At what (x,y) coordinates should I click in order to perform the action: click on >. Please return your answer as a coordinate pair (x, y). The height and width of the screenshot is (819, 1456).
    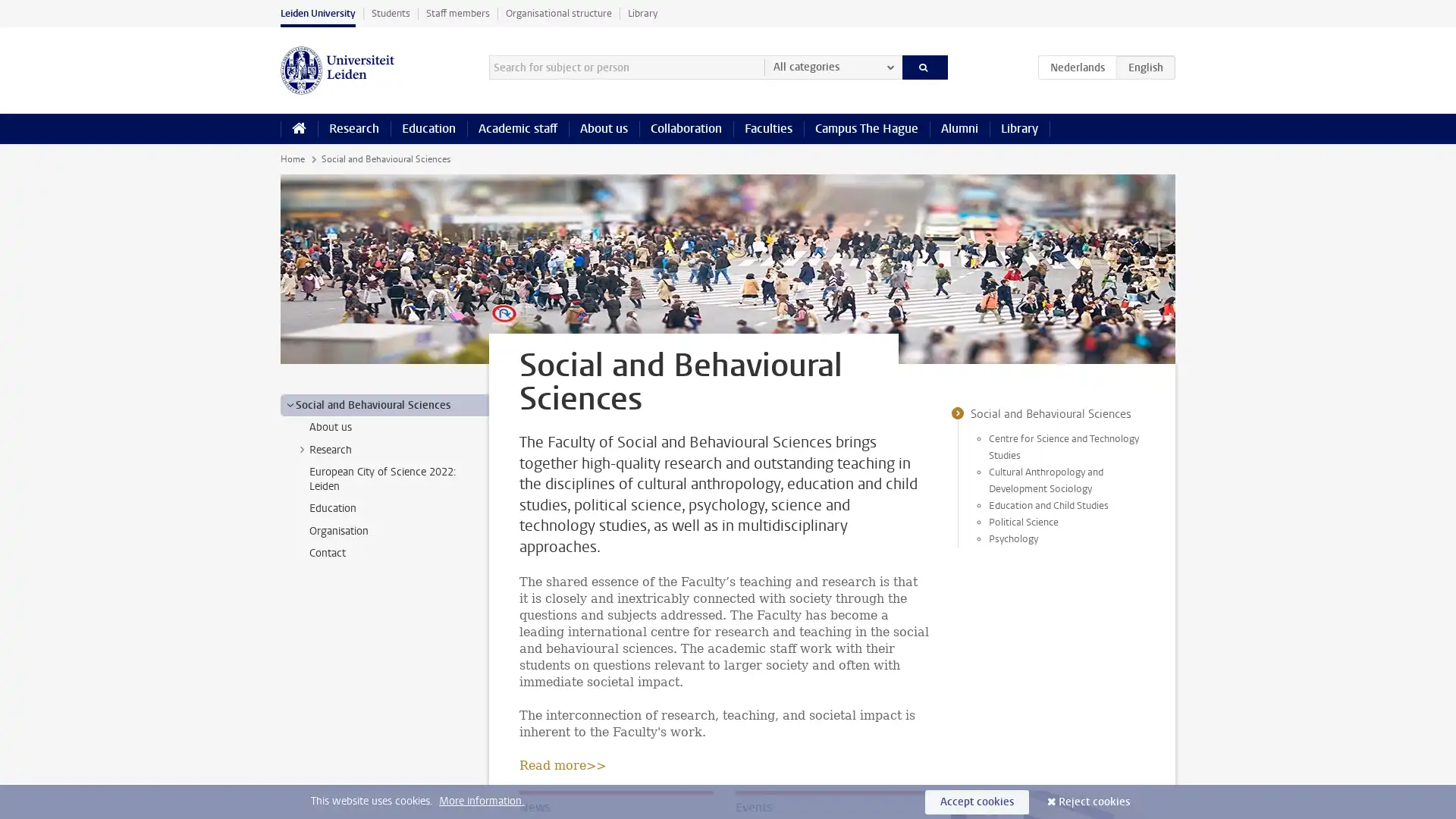
    Looking at the image, I should click on (290, 403).